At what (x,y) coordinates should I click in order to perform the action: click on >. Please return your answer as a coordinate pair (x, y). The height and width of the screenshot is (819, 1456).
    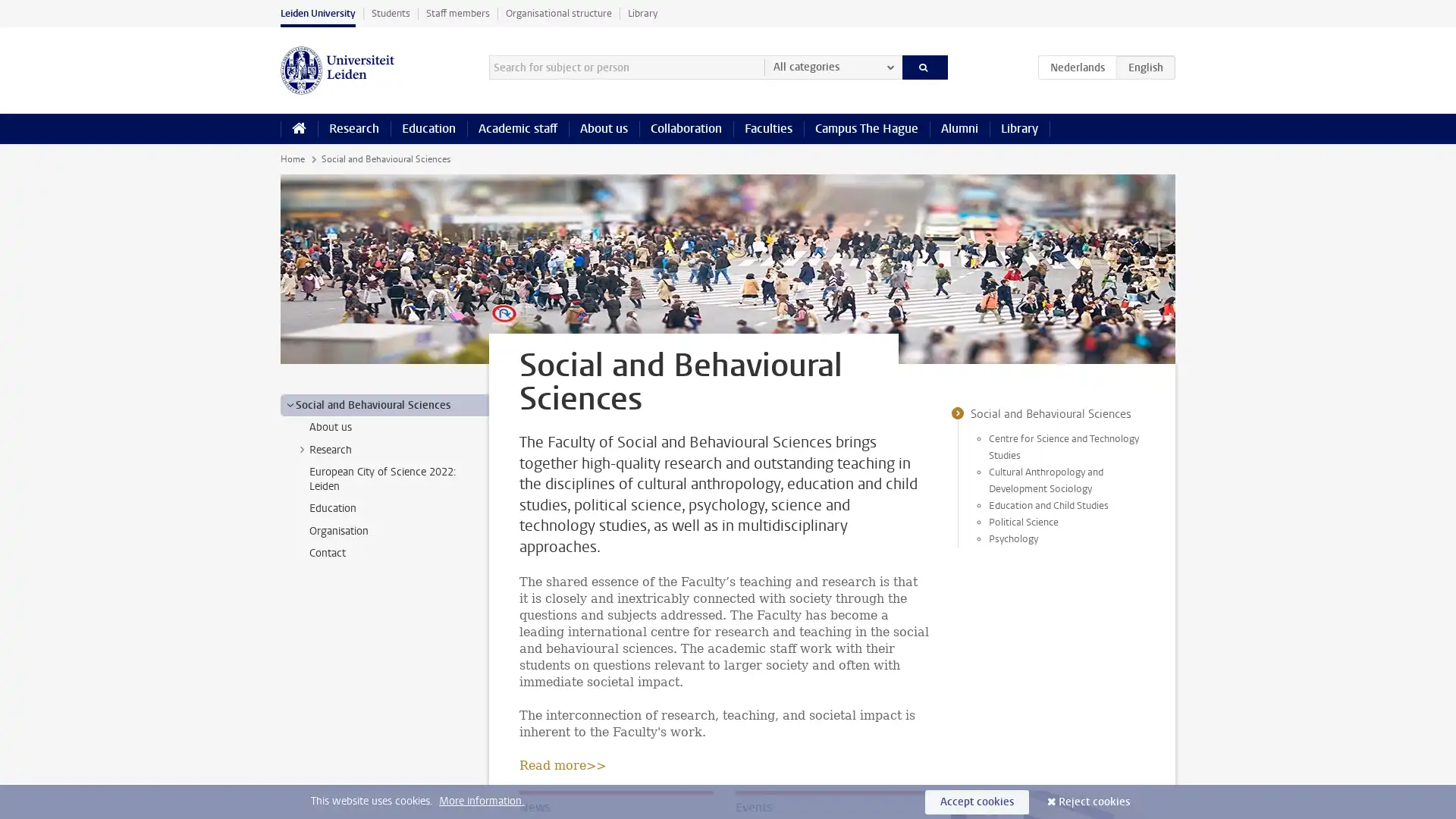
    Looking at the image, I should click on (290, 403).